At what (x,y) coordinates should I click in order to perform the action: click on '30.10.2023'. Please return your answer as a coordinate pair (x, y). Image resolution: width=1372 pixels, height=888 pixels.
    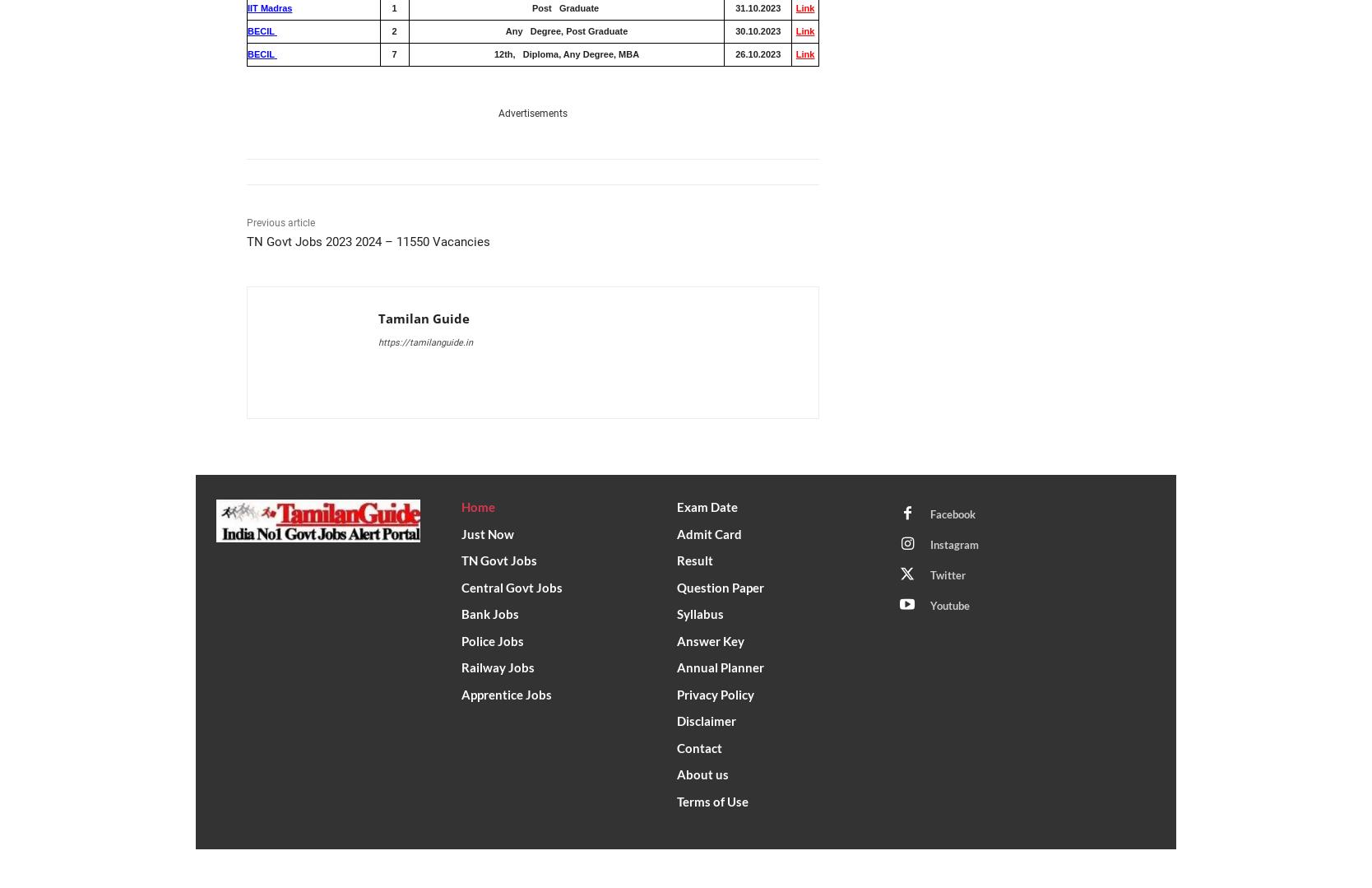
    Looking at the image, I should click on (757, 30).